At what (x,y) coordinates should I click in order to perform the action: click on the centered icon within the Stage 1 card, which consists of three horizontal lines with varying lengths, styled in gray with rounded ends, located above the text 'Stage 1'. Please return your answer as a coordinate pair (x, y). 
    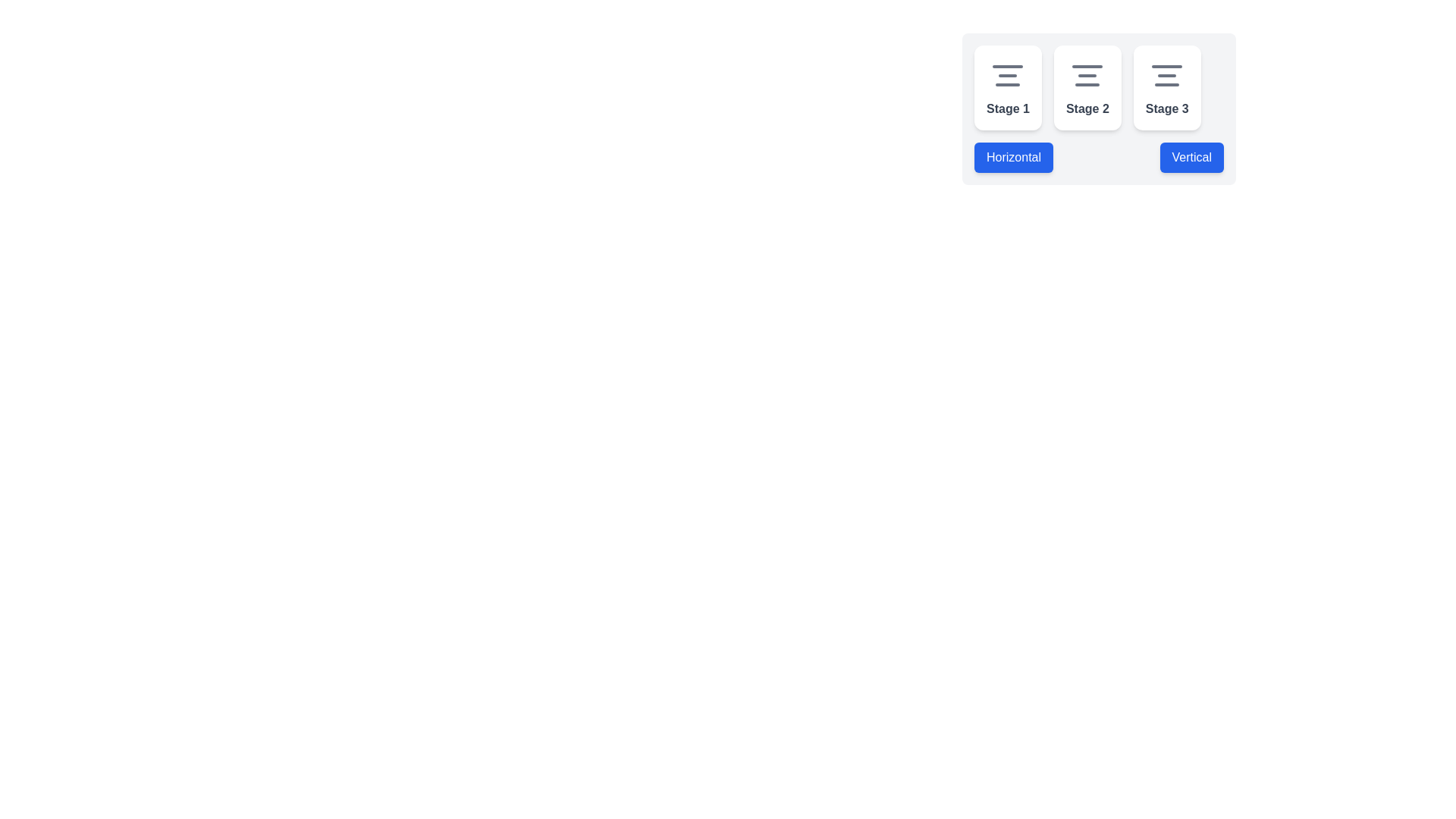
    Looking at the image, I should click on (1008, 76).